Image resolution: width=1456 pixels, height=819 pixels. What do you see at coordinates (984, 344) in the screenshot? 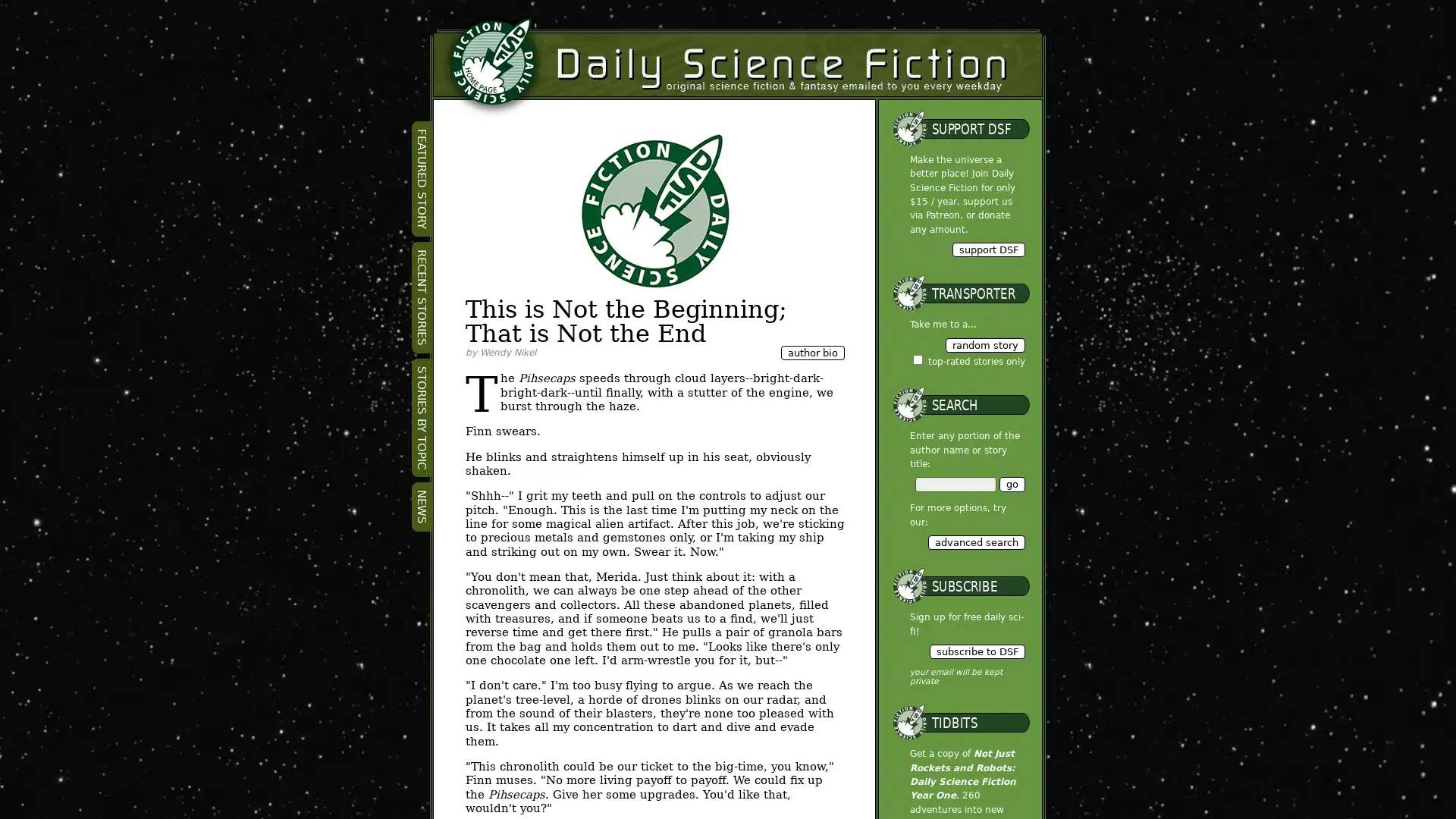
I see `random story` at bounding box center [984, 344].